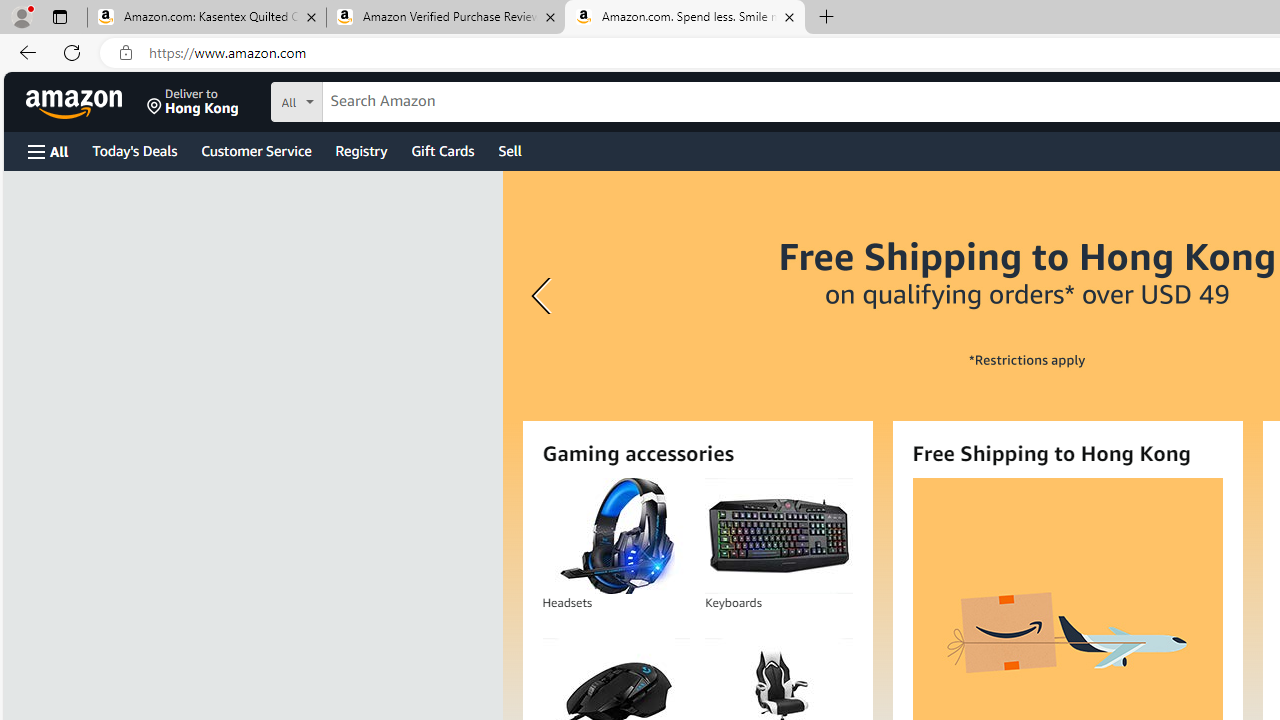  Describe the element at coordinates (510, 149) in the screenshot. I see `'Sell'` at that location.